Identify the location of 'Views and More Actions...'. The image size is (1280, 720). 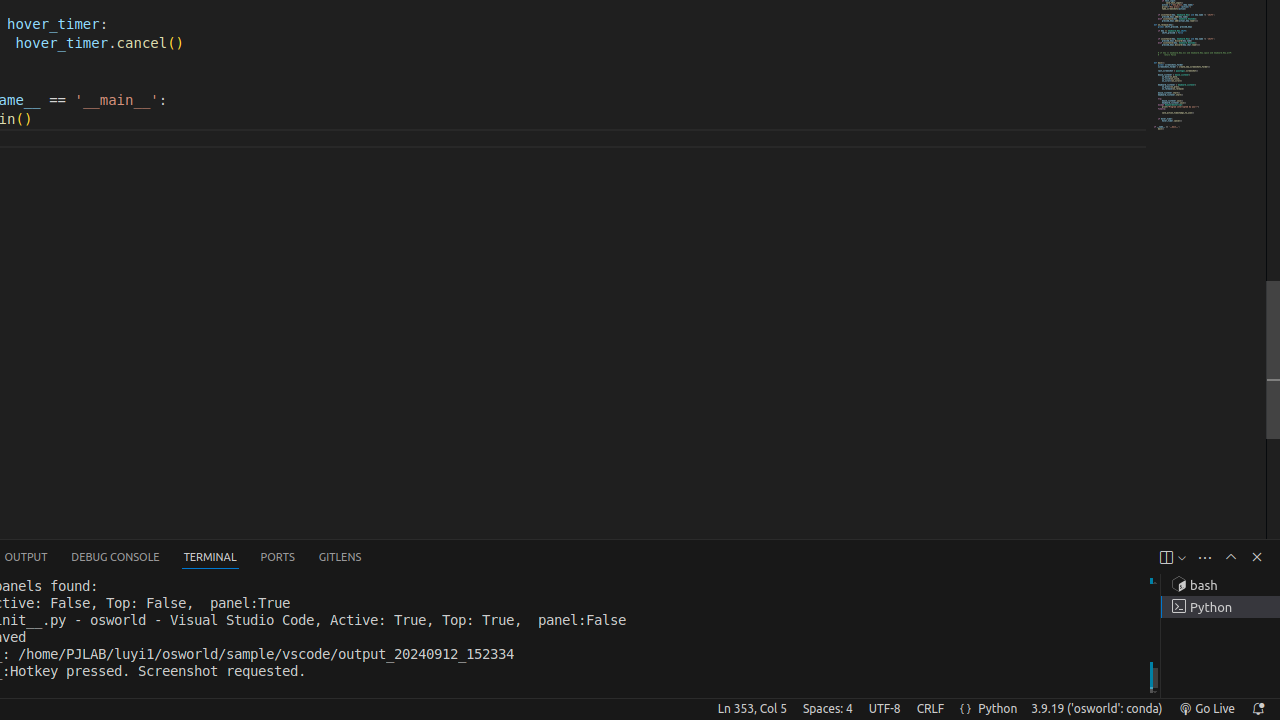
(1203, 557).